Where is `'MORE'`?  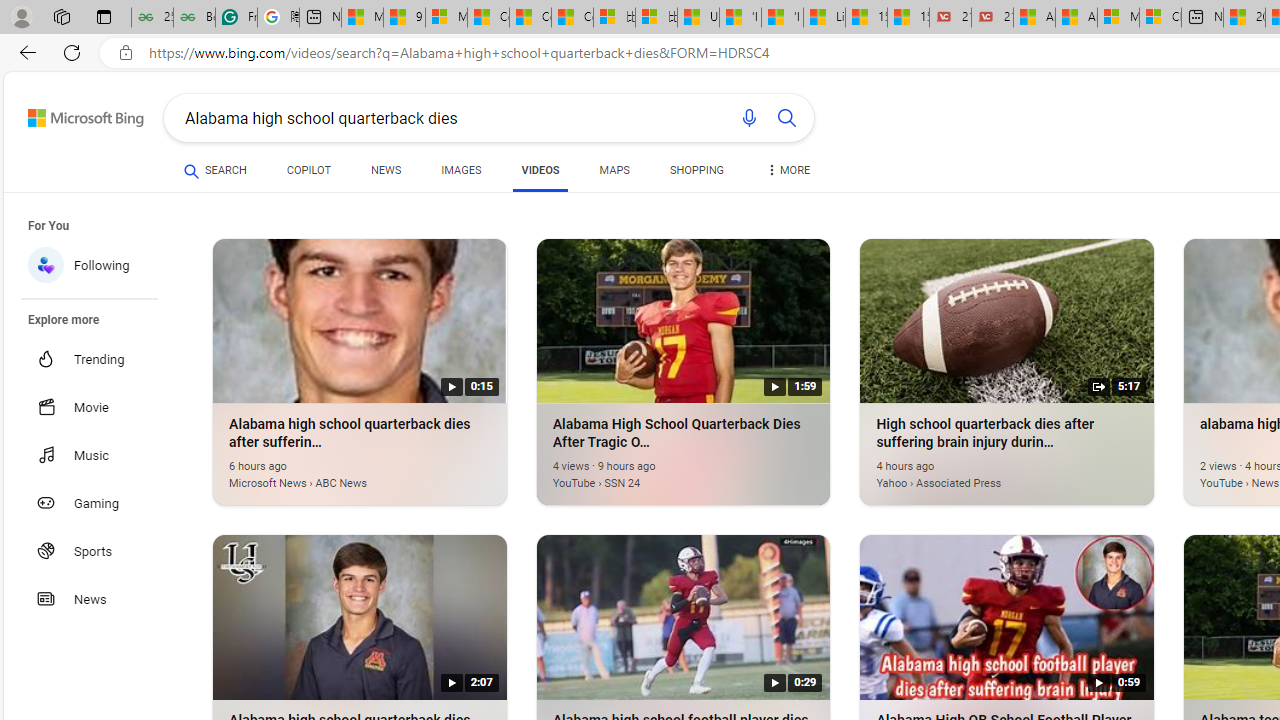
'MORE' is located at coordinates (786, 172).